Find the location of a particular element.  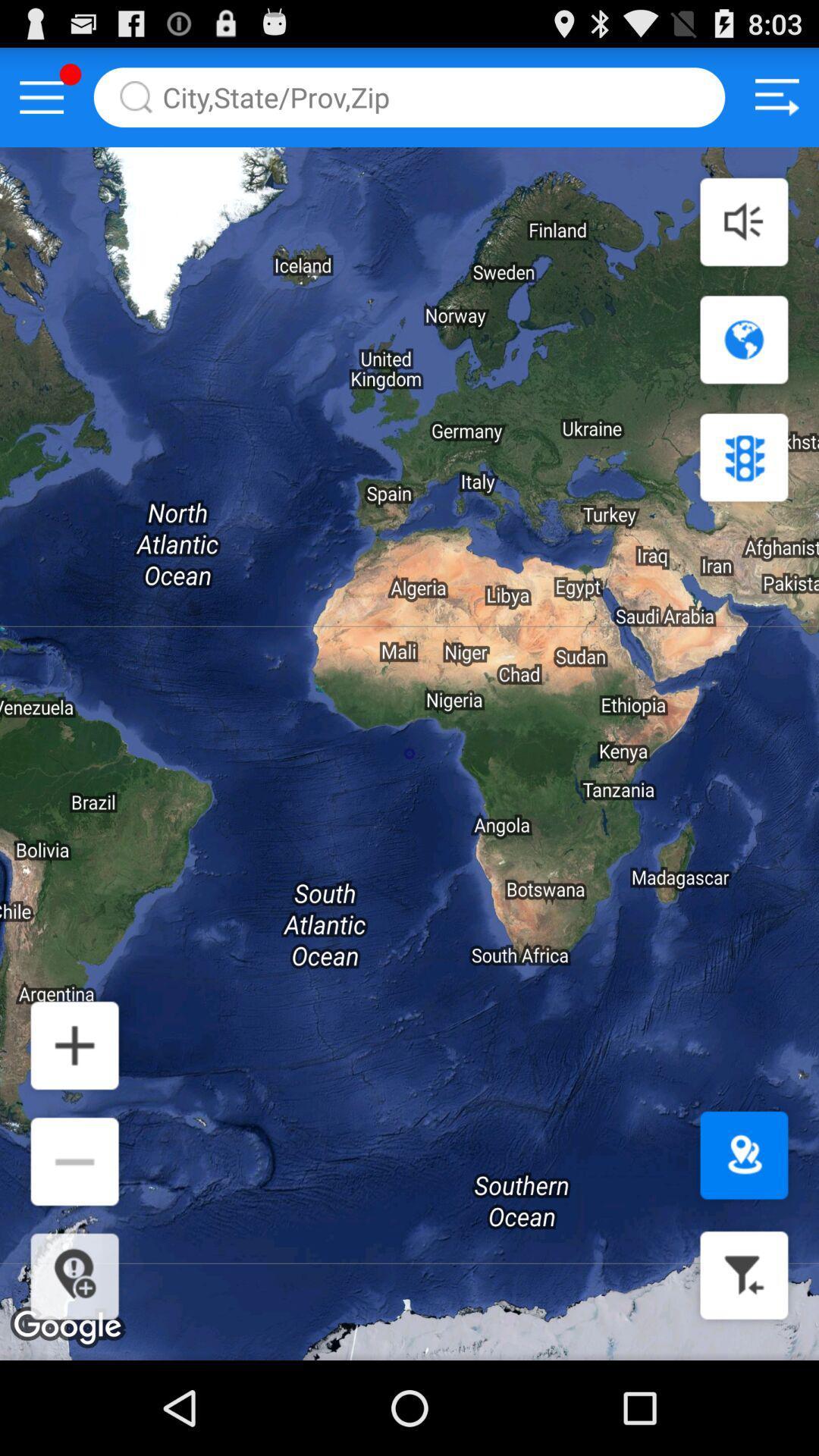

add option is located at coordinates (74, 1044).